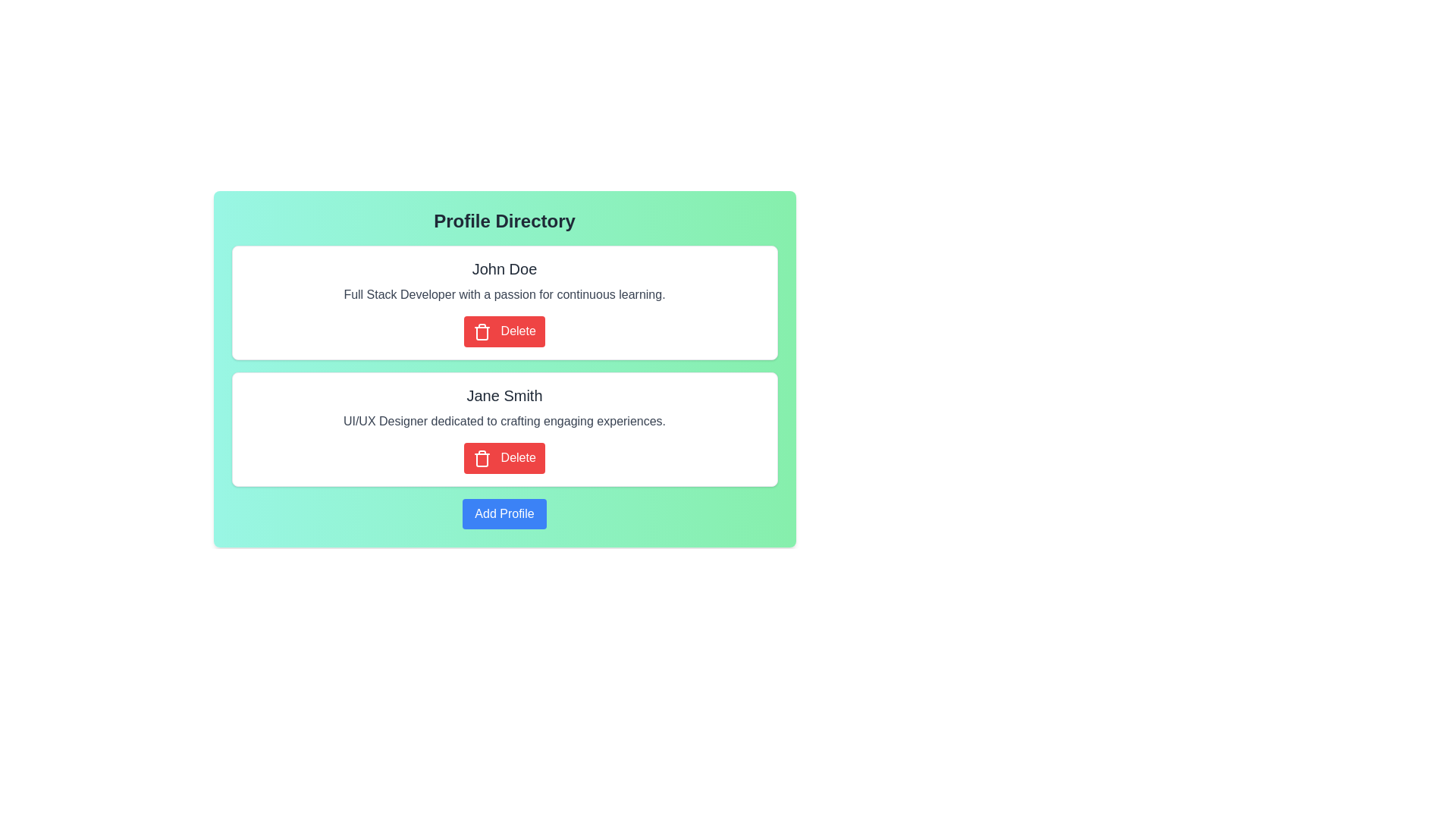 This screenshot has height=819, width=1456. What do you see at coordinates (504, 394) in the screenshot?
I see `the static text displaying the profile name, which is centrally aligned at the top of the card above the description text and below the heading 'Profile Directory'` at bounding box center [504, 394].